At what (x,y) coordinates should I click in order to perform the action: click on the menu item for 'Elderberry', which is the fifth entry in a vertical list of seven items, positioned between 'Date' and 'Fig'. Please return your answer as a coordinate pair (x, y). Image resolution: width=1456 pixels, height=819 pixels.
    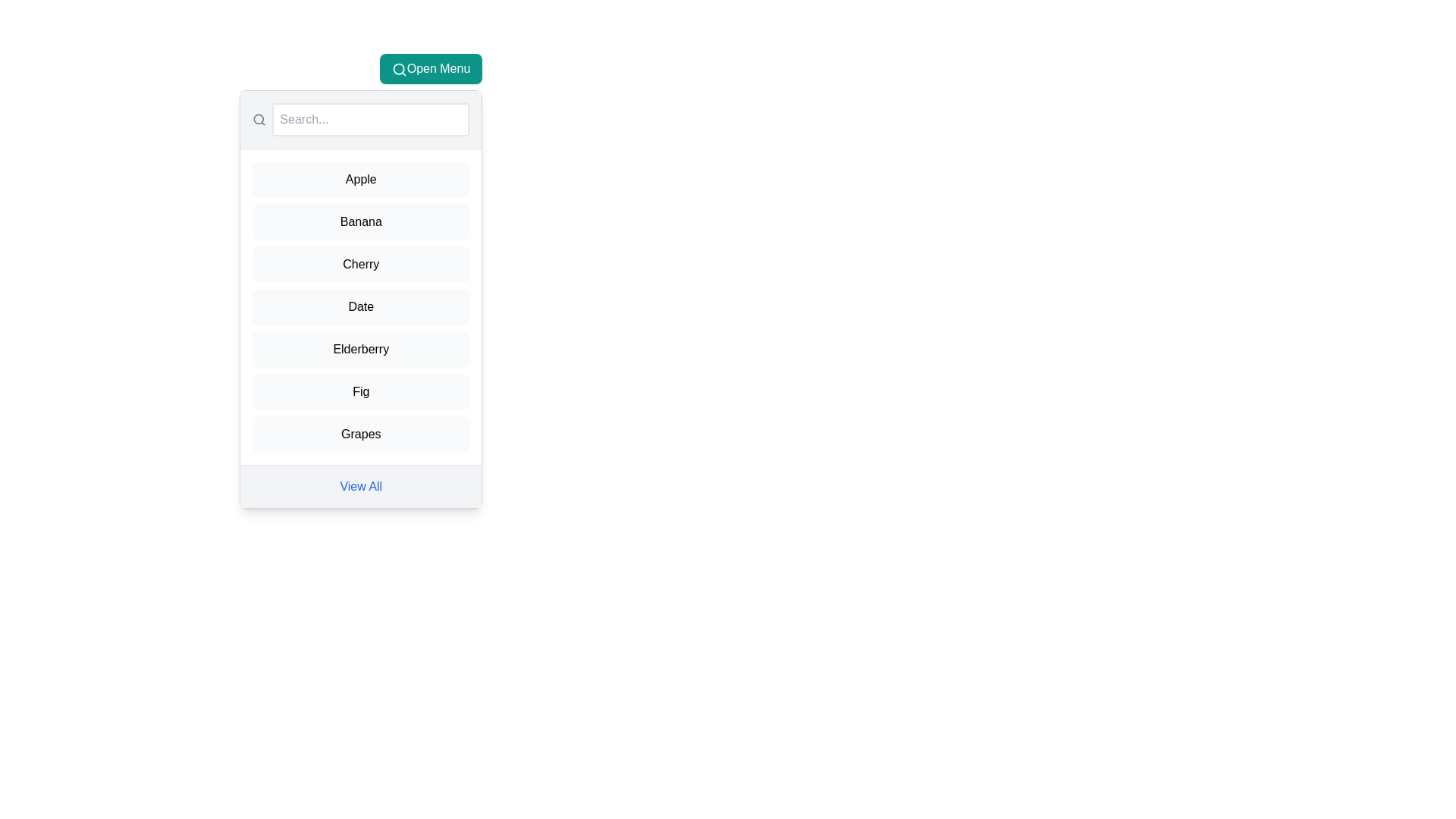
    Looking at the image, I should click on (360, 350).